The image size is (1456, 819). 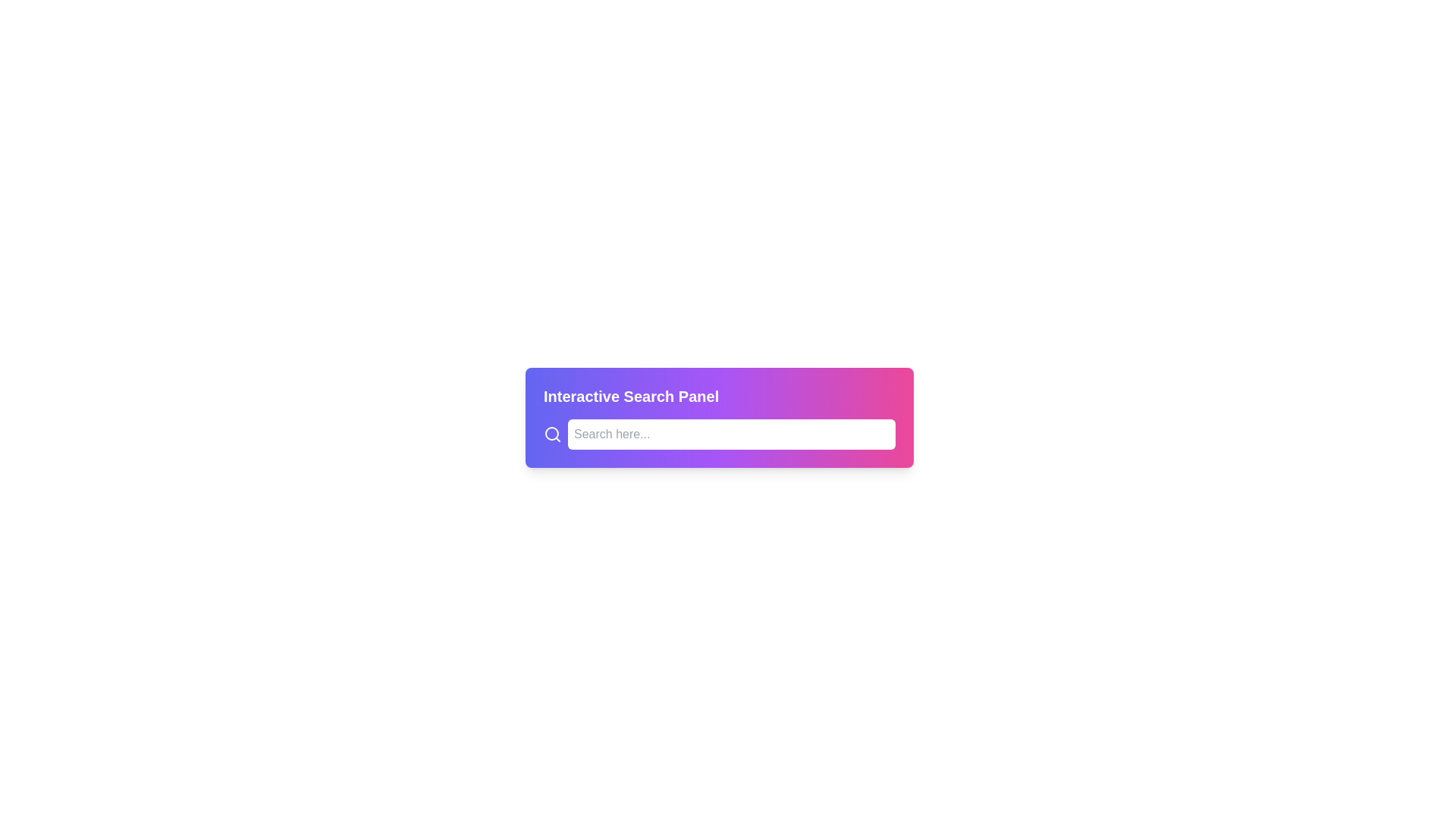 I want to click on the magnifying glass icon, which is represented by the SVG circle, so click(x=551, y=433).